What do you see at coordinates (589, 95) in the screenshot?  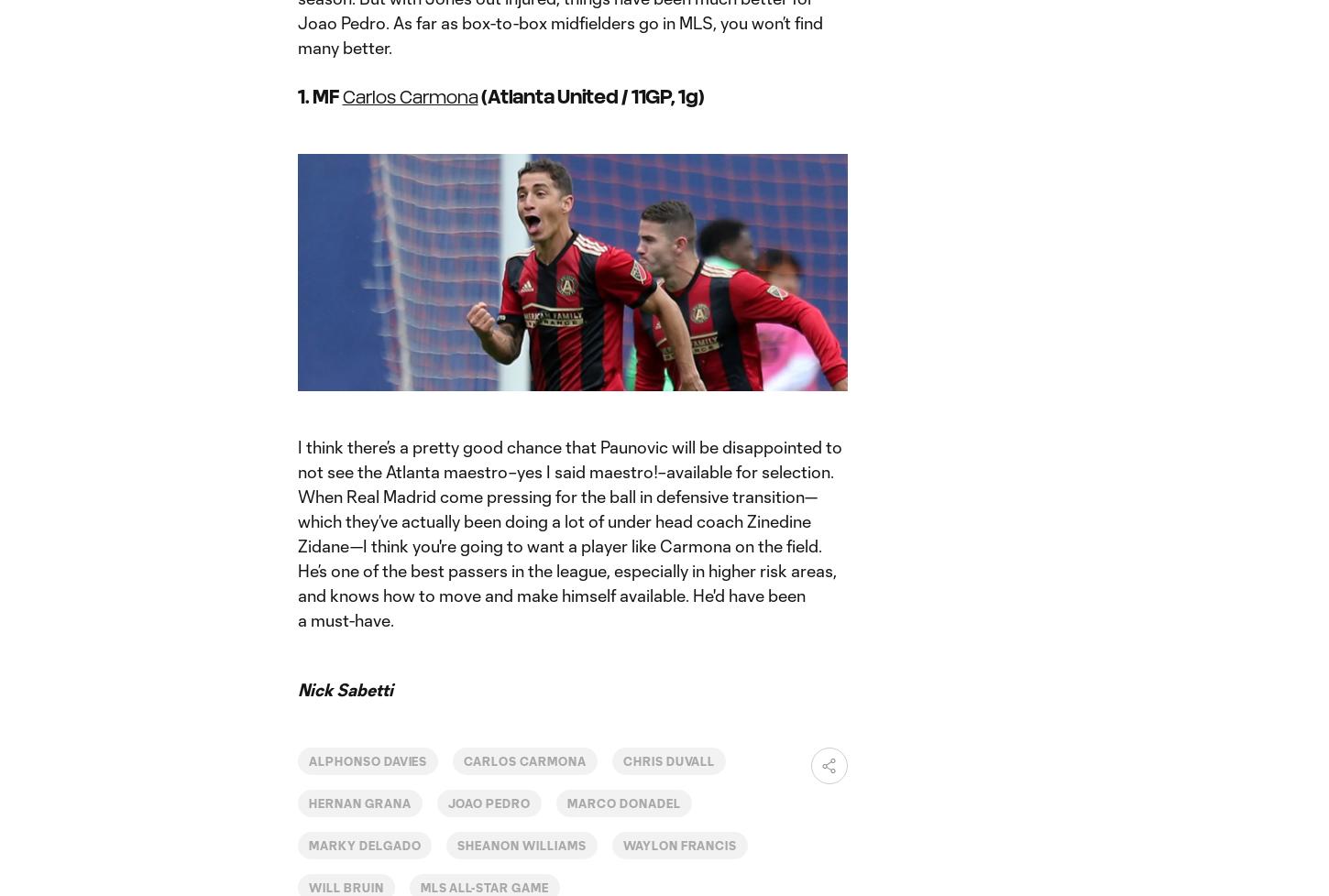 I see `'(Atlanta United / 11GP, 1g)'` at bounding box center [589, 95].